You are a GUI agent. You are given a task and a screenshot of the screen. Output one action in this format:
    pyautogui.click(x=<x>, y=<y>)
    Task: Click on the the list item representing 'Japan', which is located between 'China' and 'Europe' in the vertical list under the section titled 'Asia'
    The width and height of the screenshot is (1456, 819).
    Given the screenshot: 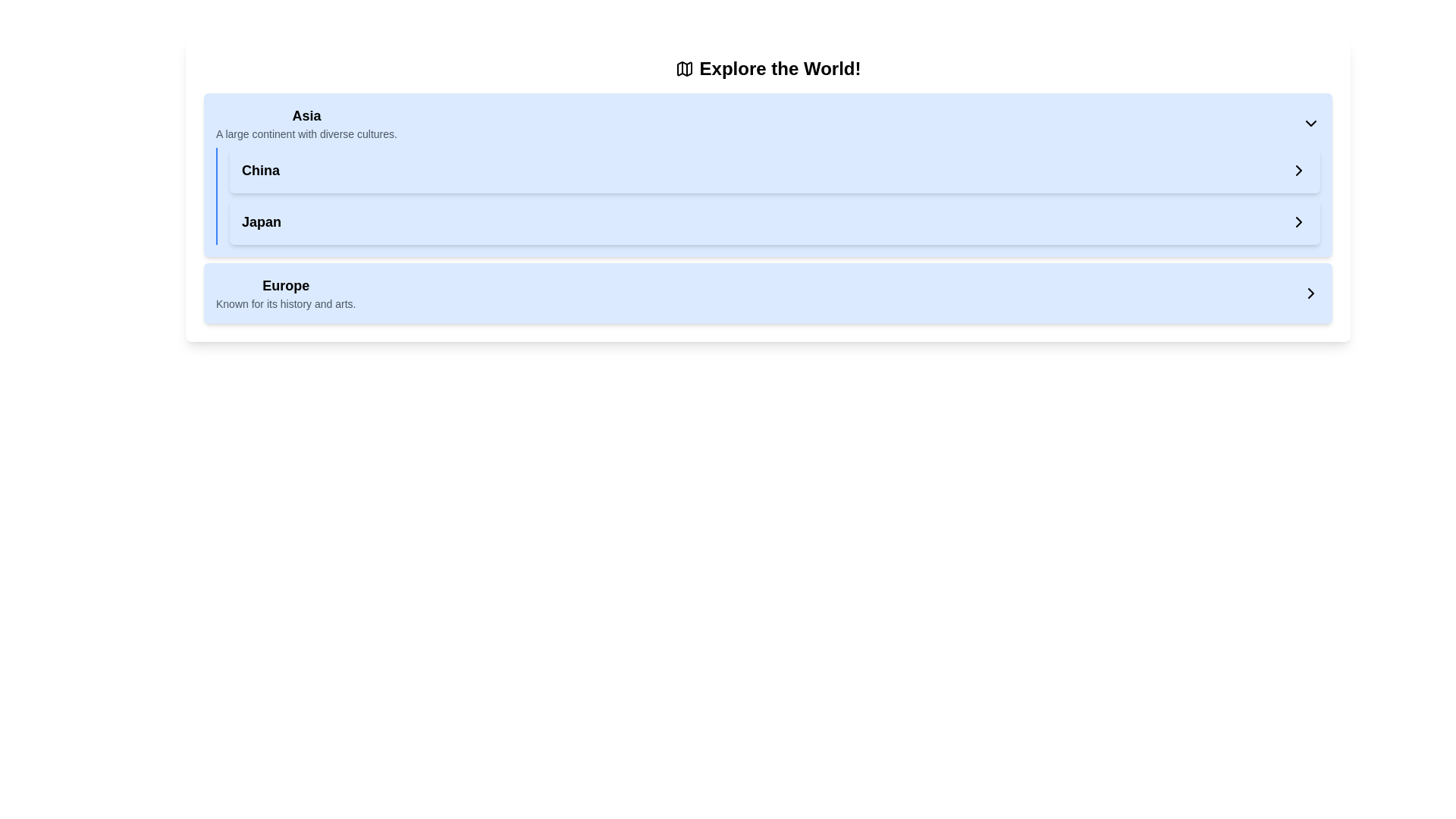 What is the action you would take?
    pyautogui.click(x=775, y=222)
    